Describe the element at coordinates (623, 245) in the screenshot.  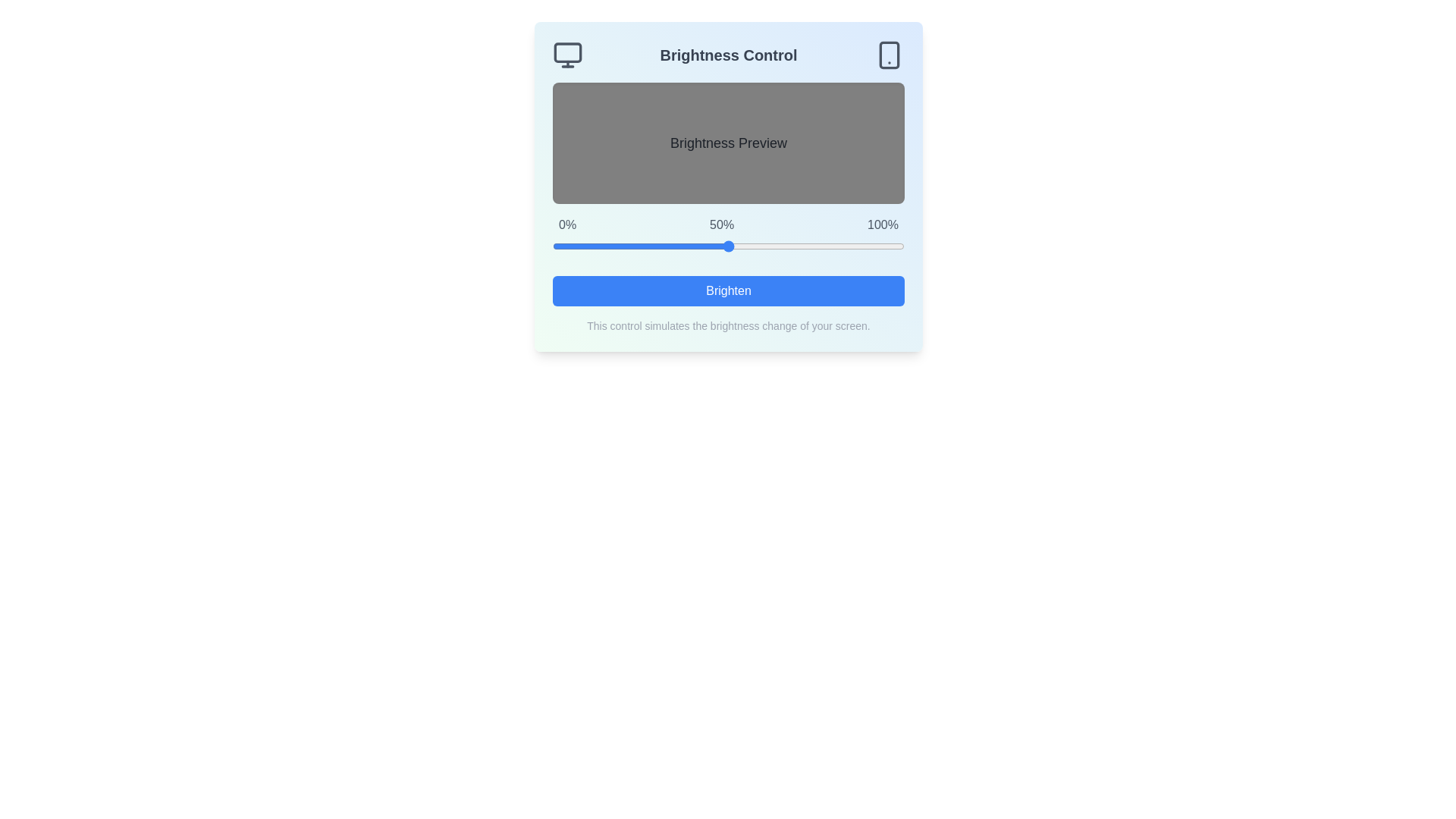
I see `the brightness slider to set the brightness level to 20%` at that location.